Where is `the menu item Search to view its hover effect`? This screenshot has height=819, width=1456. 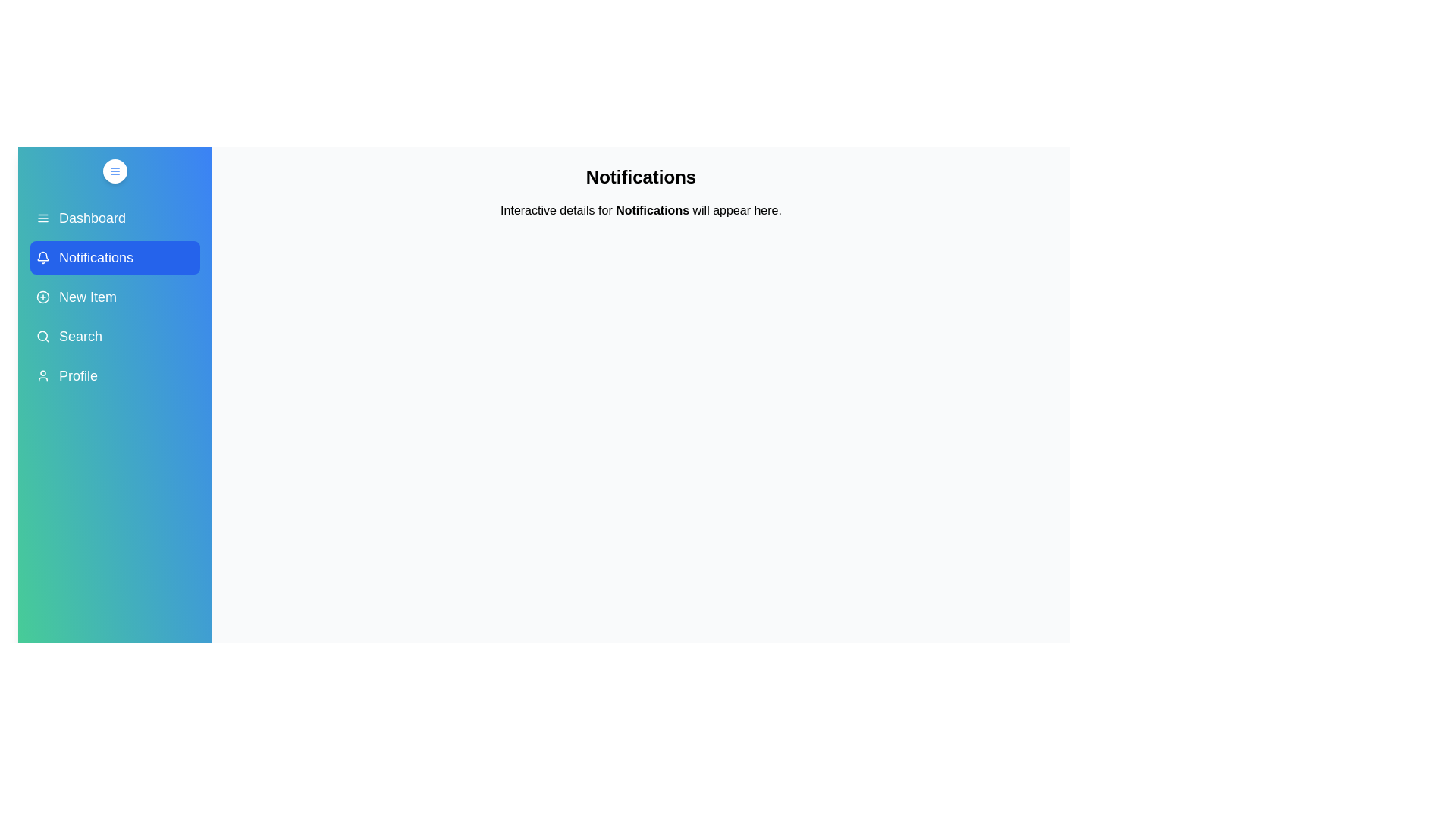
the menu item Search to view its hover effect is located at coordinates (115, 335).